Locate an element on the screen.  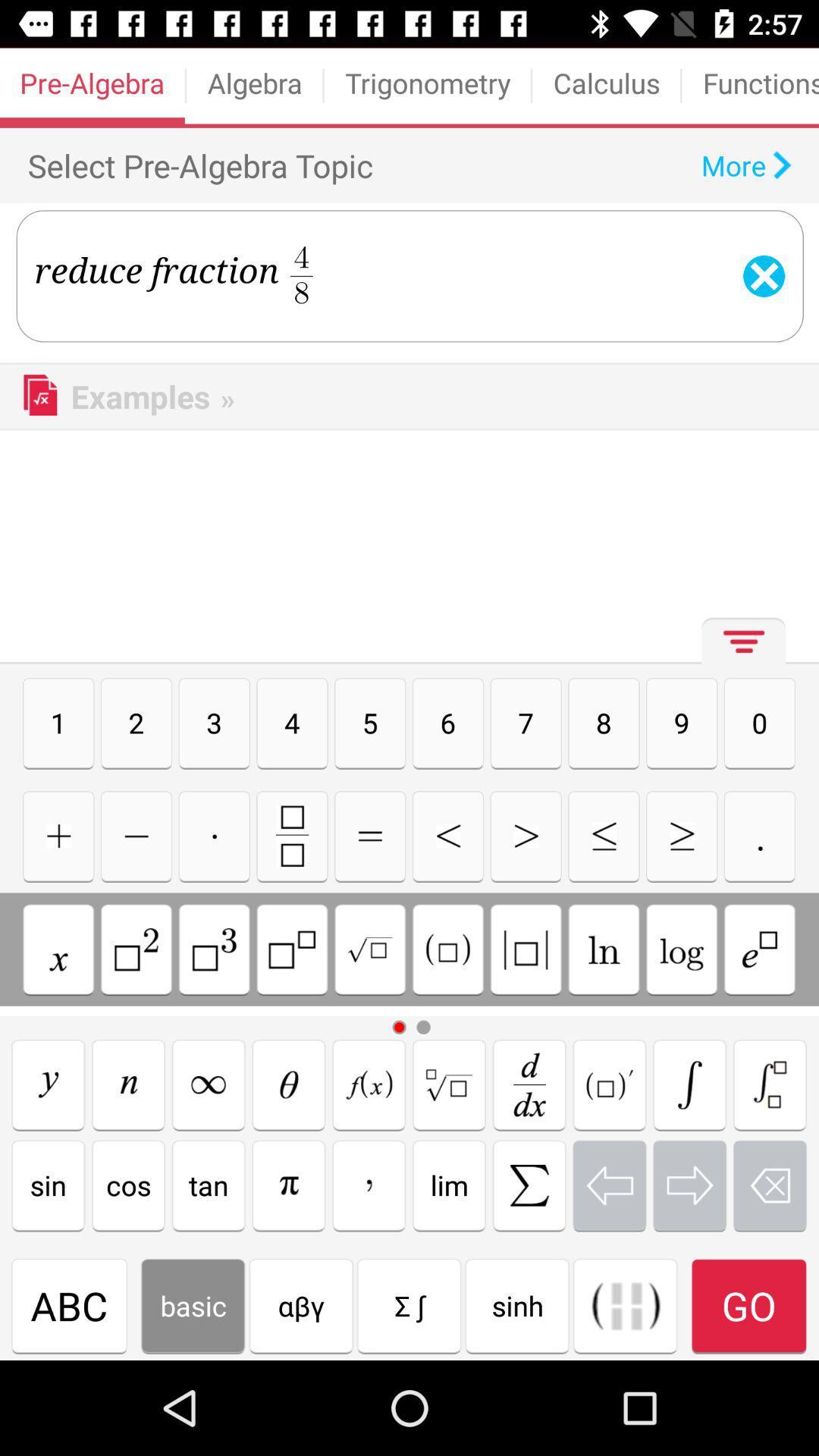
input theta symbol is located at coordinates (289, 1084).